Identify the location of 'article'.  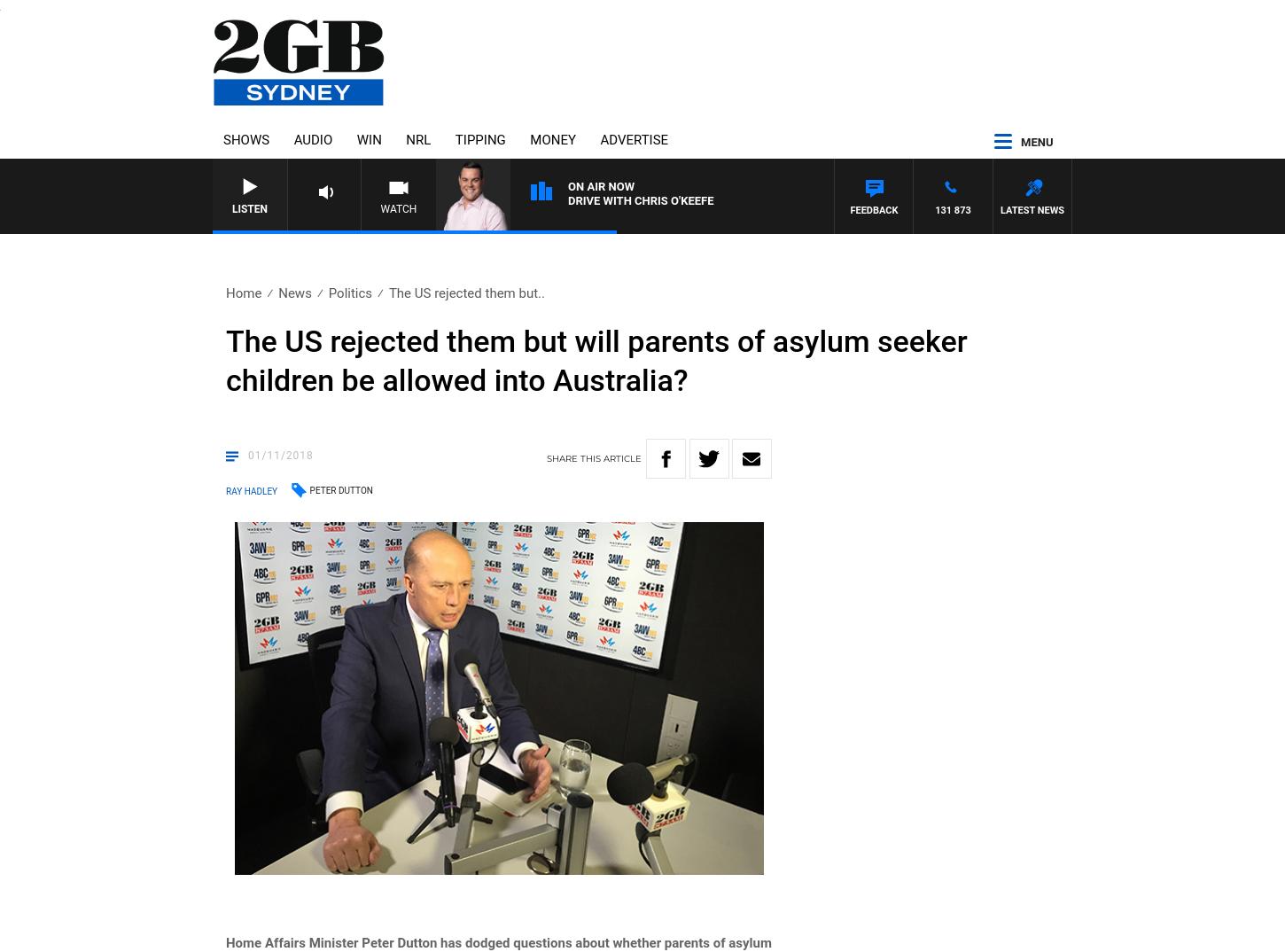
(621, 457).